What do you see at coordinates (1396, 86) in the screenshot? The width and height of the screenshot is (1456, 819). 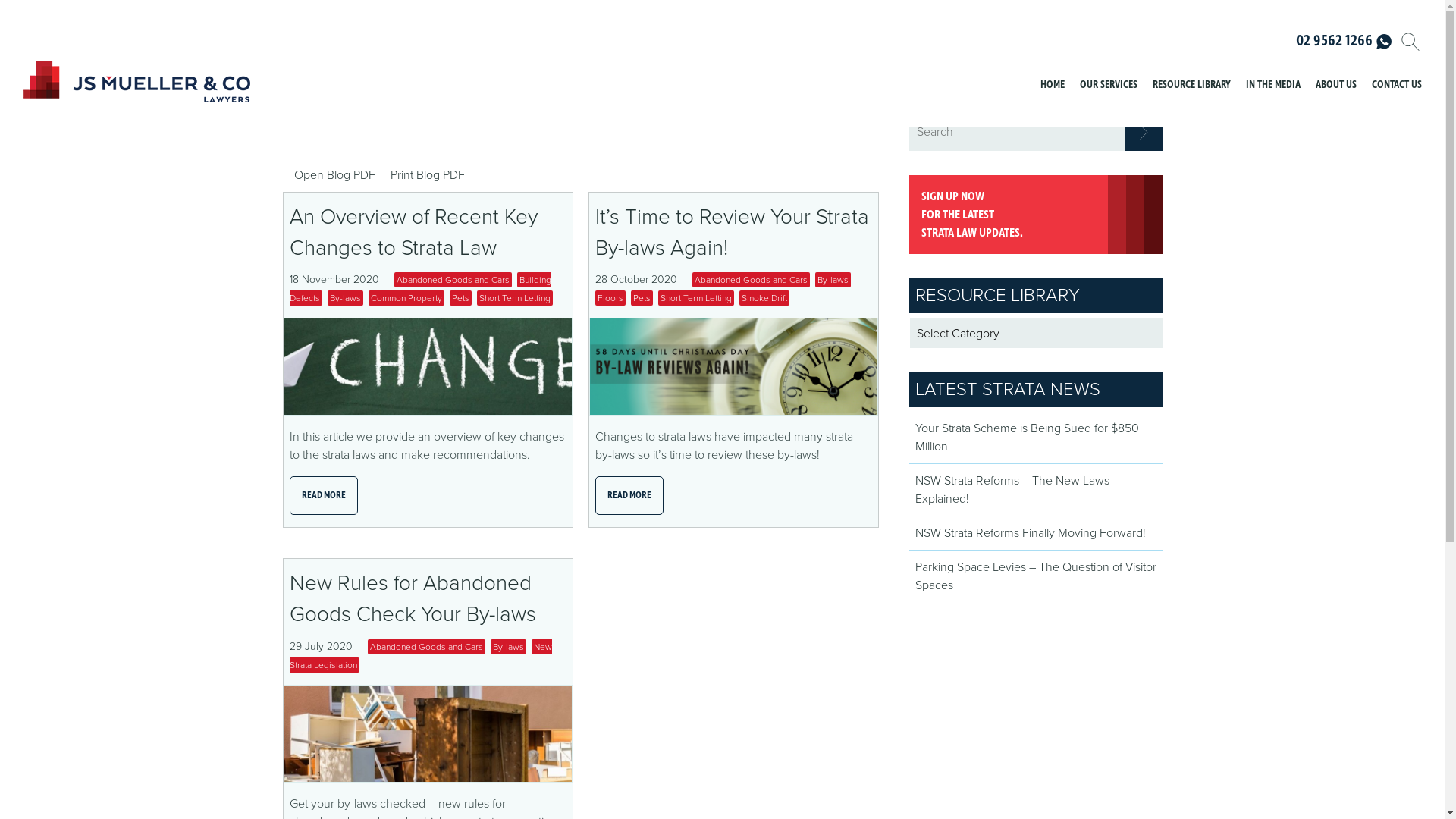 I see `'CONTACT US'` at bounding box center [1396, 86].